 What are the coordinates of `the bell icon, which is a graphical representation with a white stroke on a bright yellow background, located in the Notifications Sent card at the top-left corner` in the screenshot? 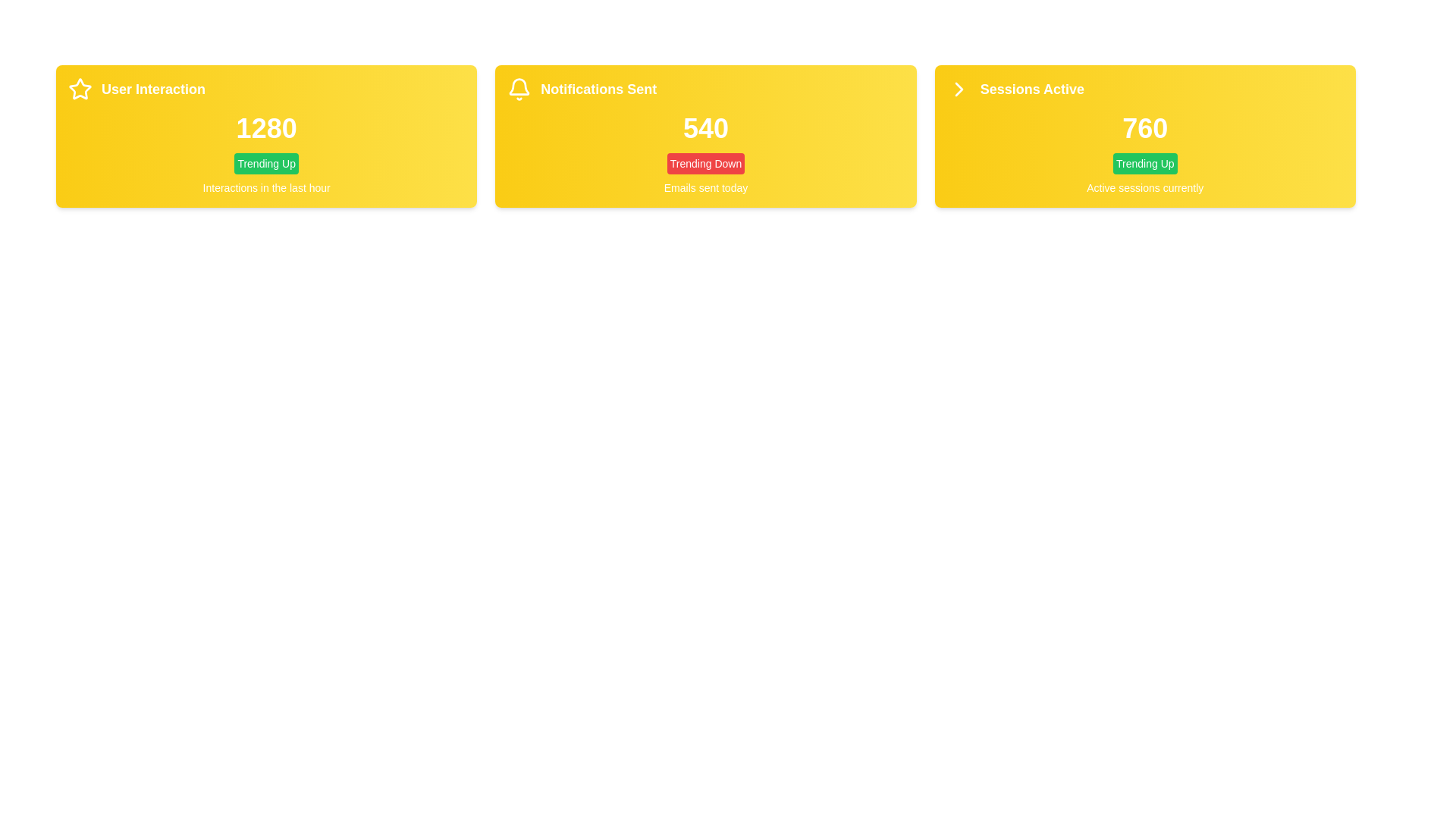 It's located at (519, 89).